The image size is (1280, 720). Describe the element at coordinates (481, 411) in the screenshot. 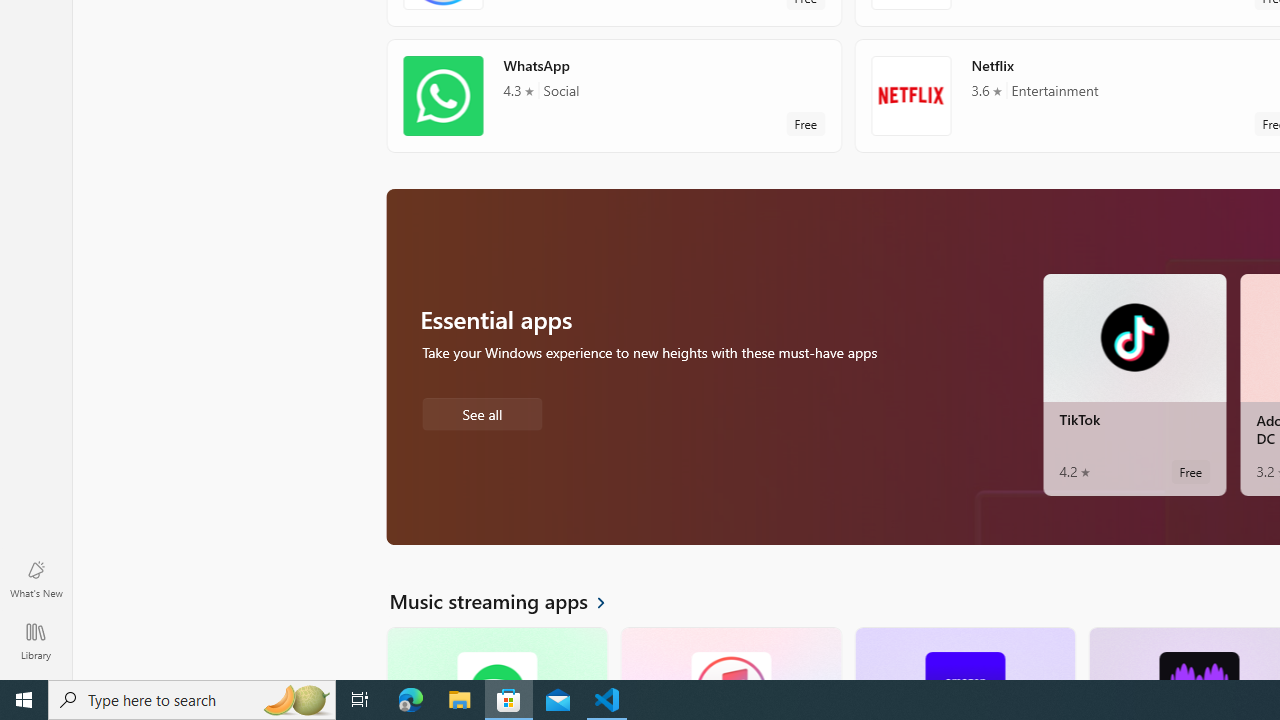

I see `'See all  Essential apps'` at that location.